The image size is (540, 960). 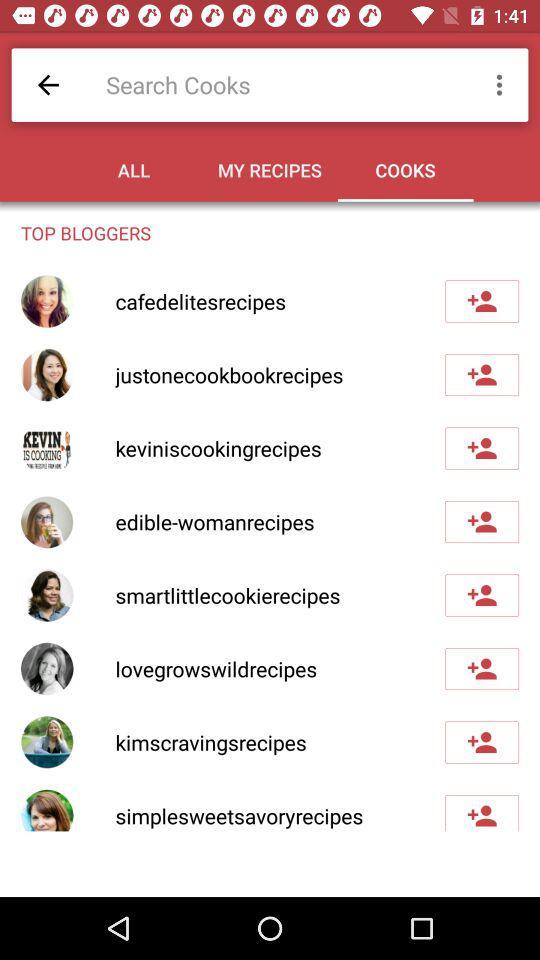 What do you see at coordinates (481, 669) in the screenshot?
I see `as friend` at bounding box center [481, 669].